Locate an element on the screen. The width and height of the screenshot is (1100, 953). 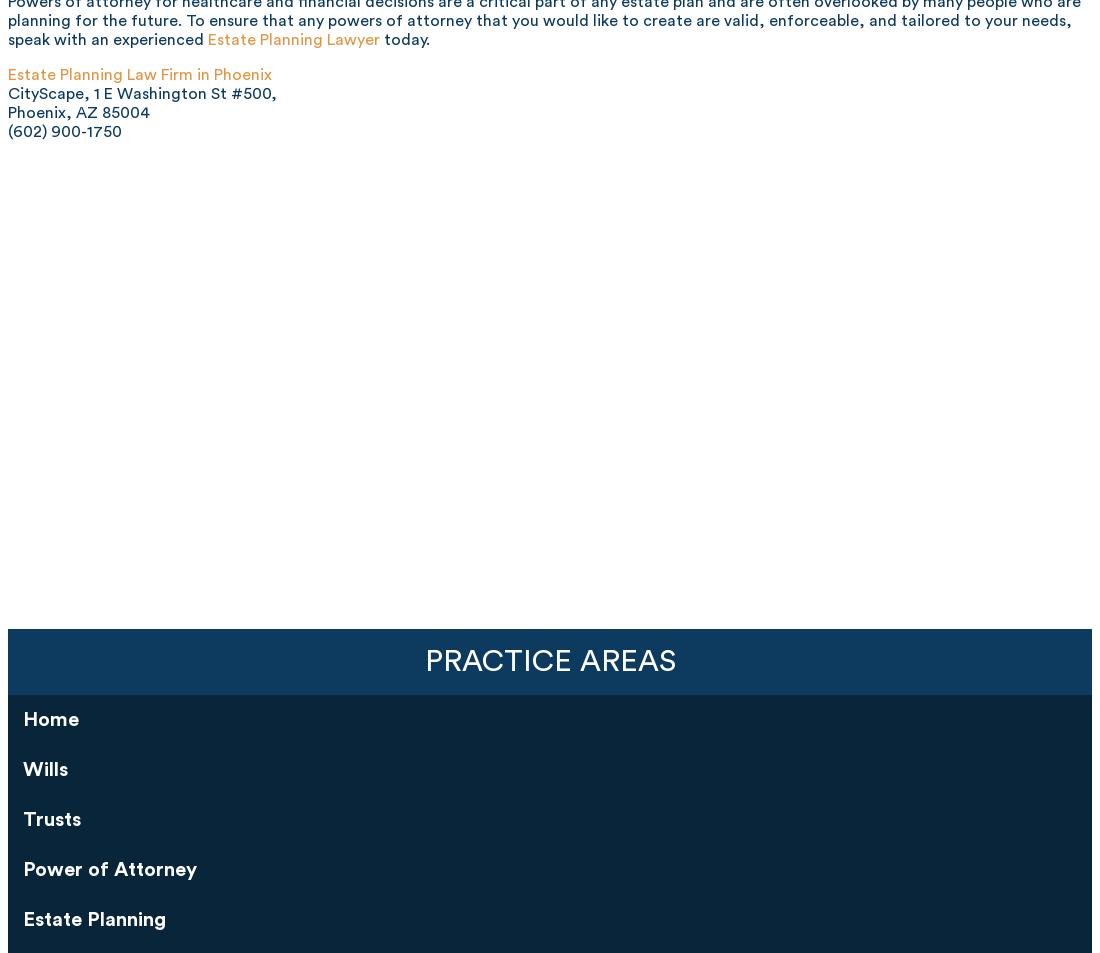
'CityScape, 1 E Washington St #500,' is located at coordinates (7, 92).